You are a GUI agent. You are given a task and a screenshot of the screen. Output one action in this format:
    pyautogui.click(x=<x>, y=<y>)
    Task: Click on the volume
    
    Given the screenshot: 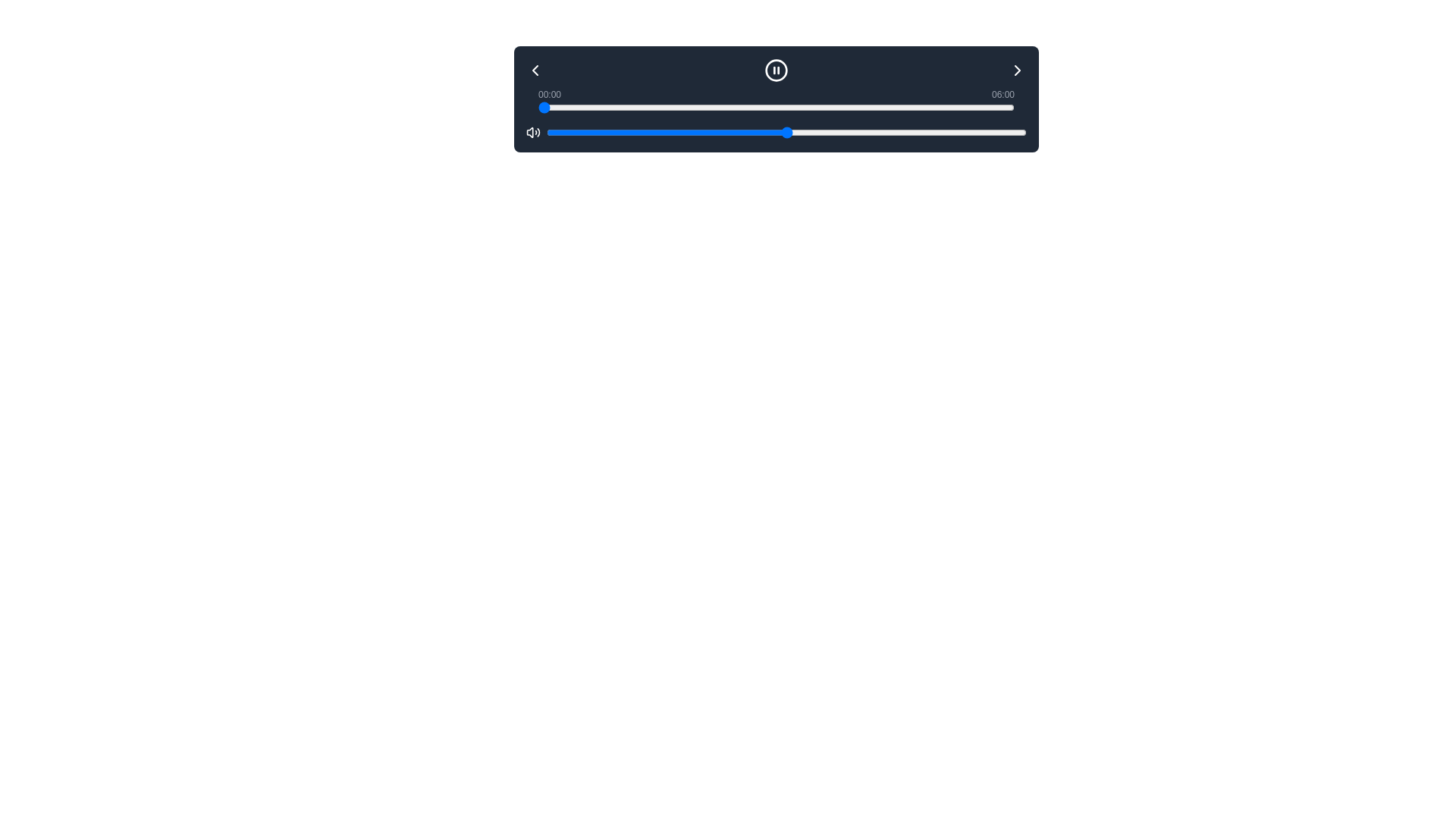 What is the action you would take?
    pyautogui.click(x=848, y=131)
    